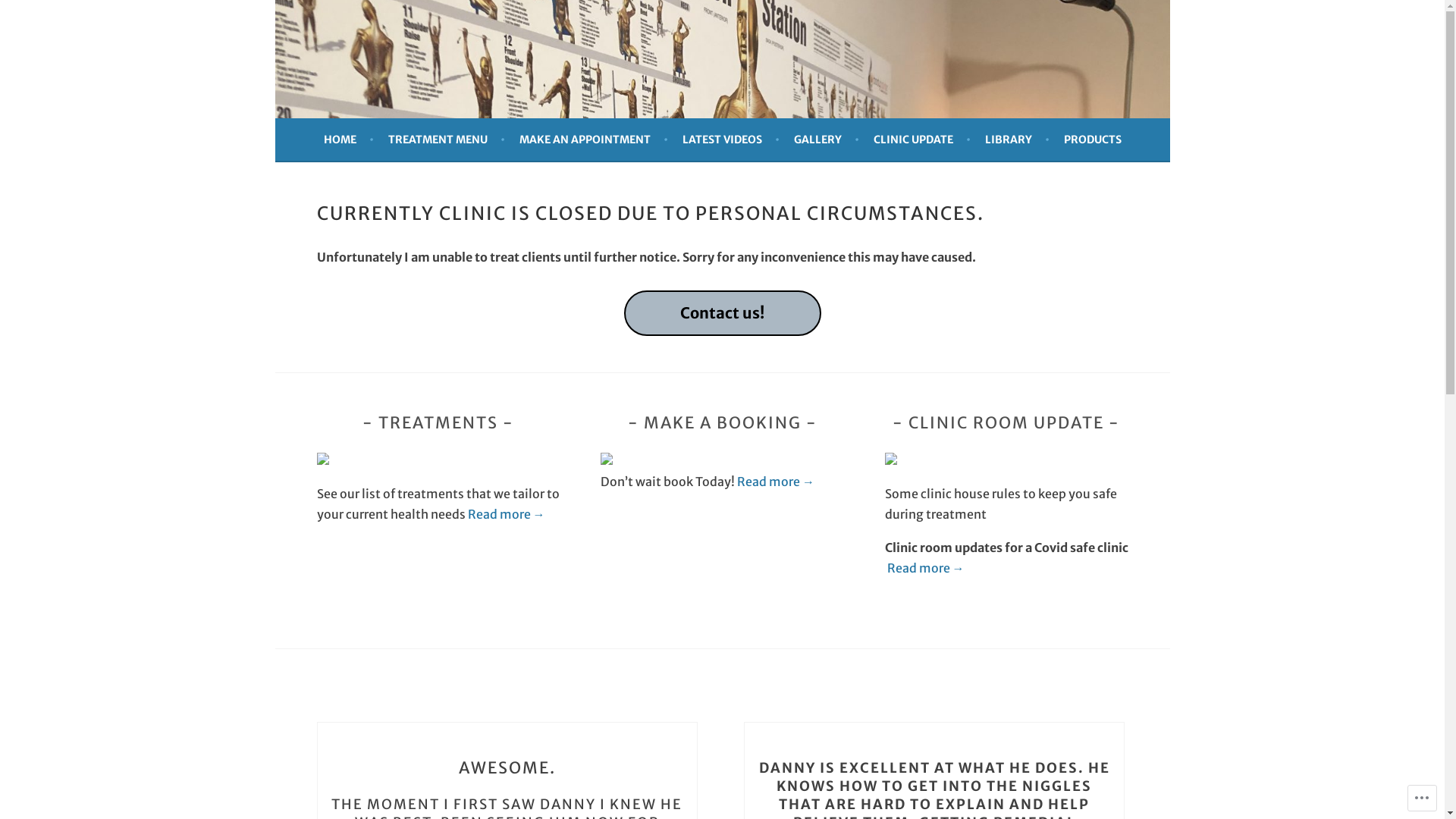 This screenshot has width=1456, height=819. I want to click on 'CLINIC UPDATE', so click(921, 140).